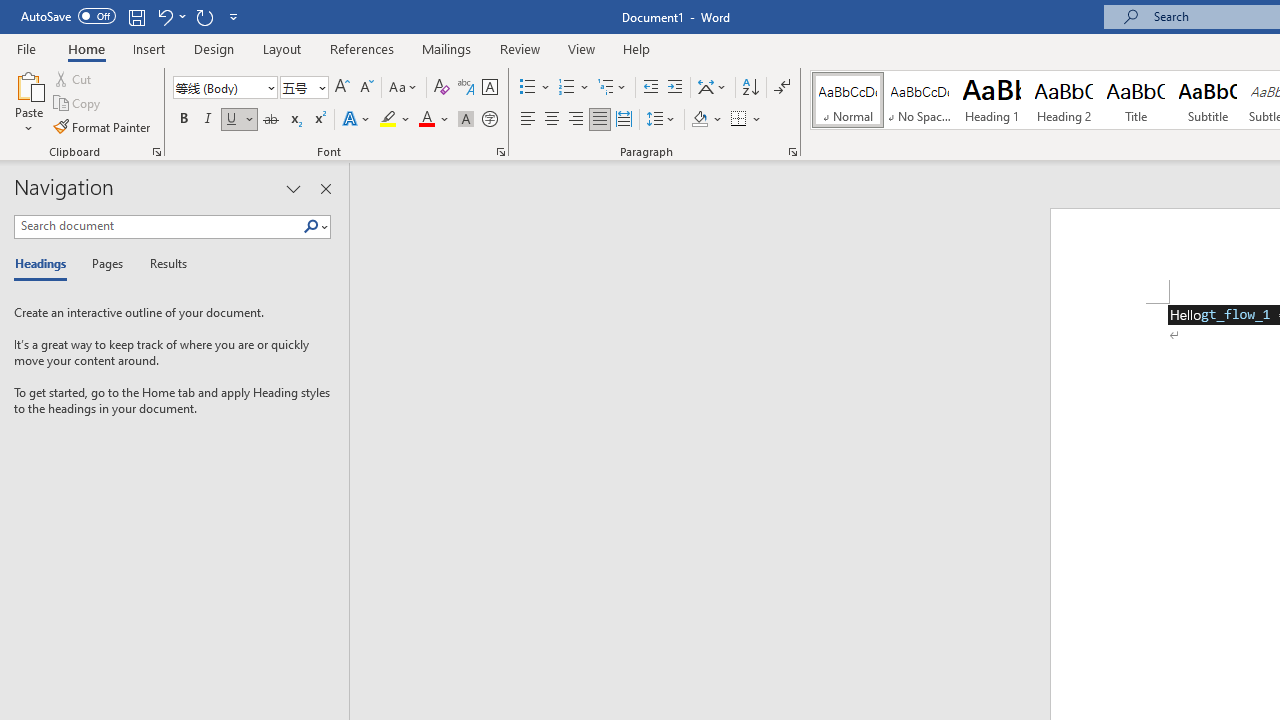 Image resolution: width=1280 pixels, height=720 pixels. I want to click on 'Repeat Underline Style', so click(204, 16).